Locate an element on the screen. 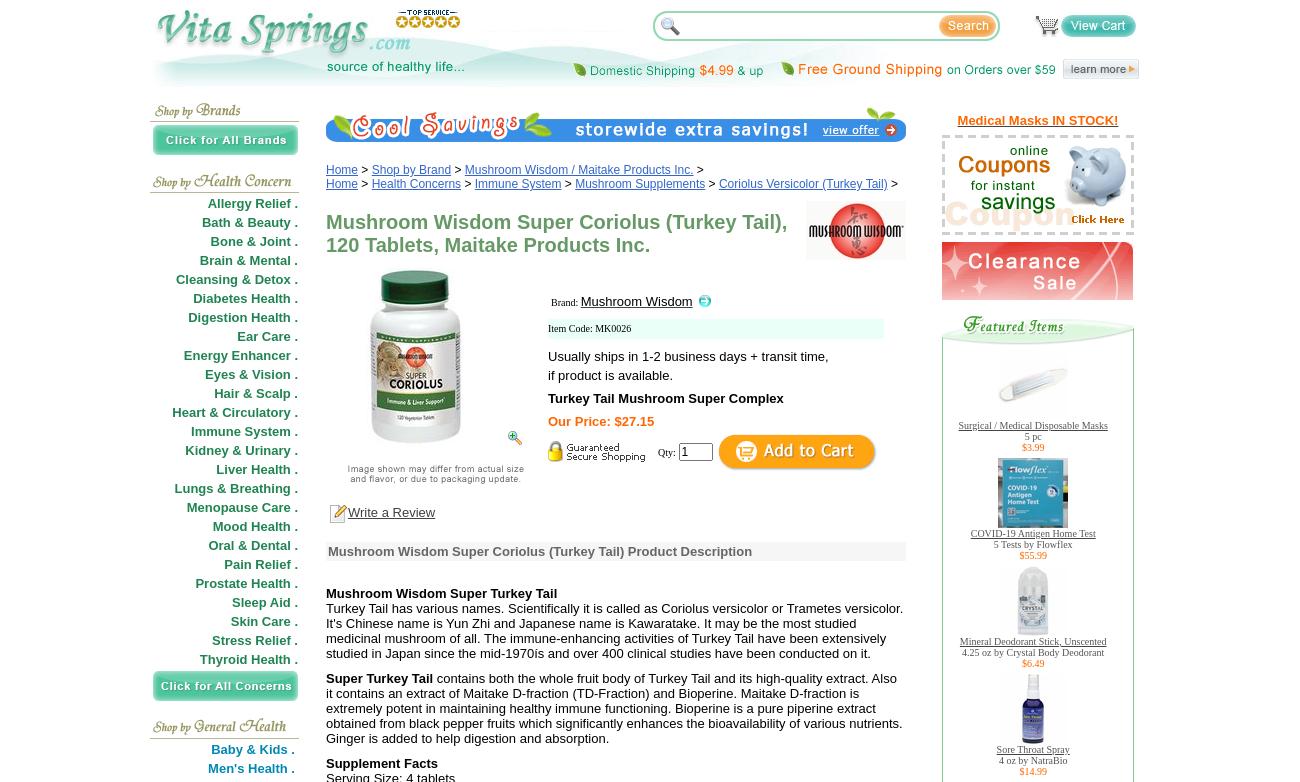  'Mushroom Wisdom Super Coriolus (Turkey Tail) Product Description' is located at coordinates (540, 551).